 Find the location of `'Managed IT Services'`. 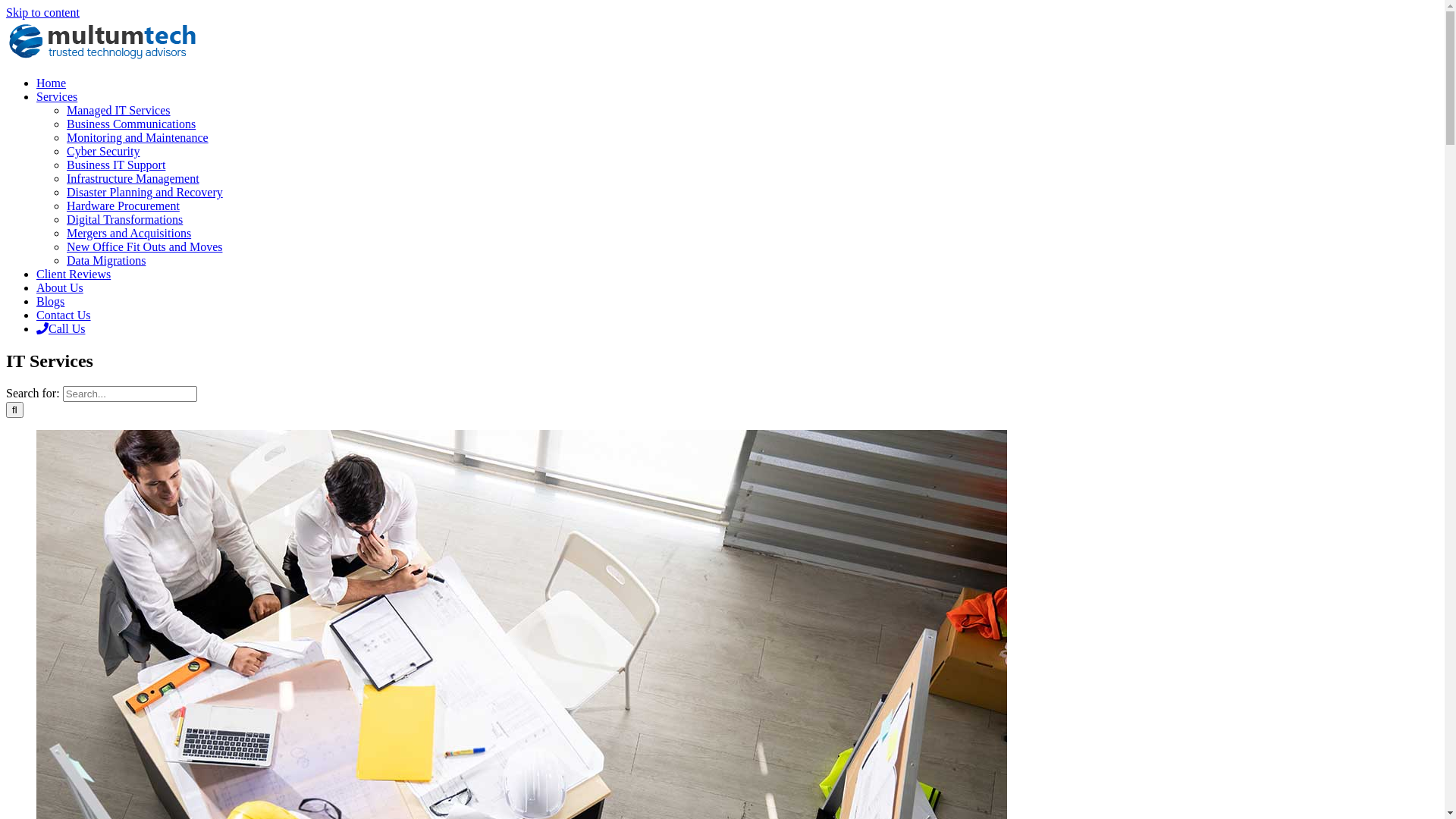

'Managed IT Services' is located at coordinates (118, 109).